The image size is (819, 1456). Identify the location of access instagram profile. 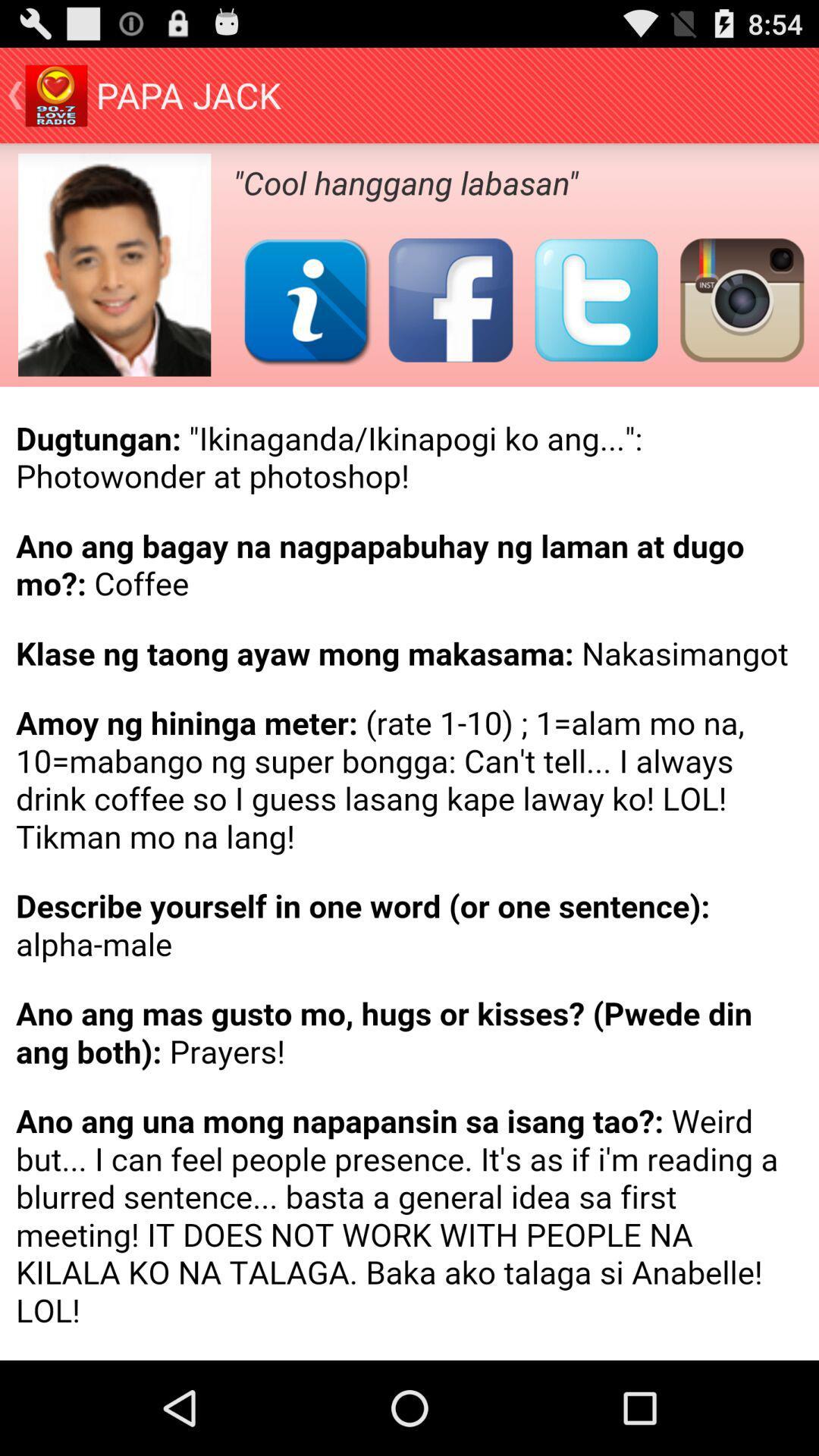
(741, 300).